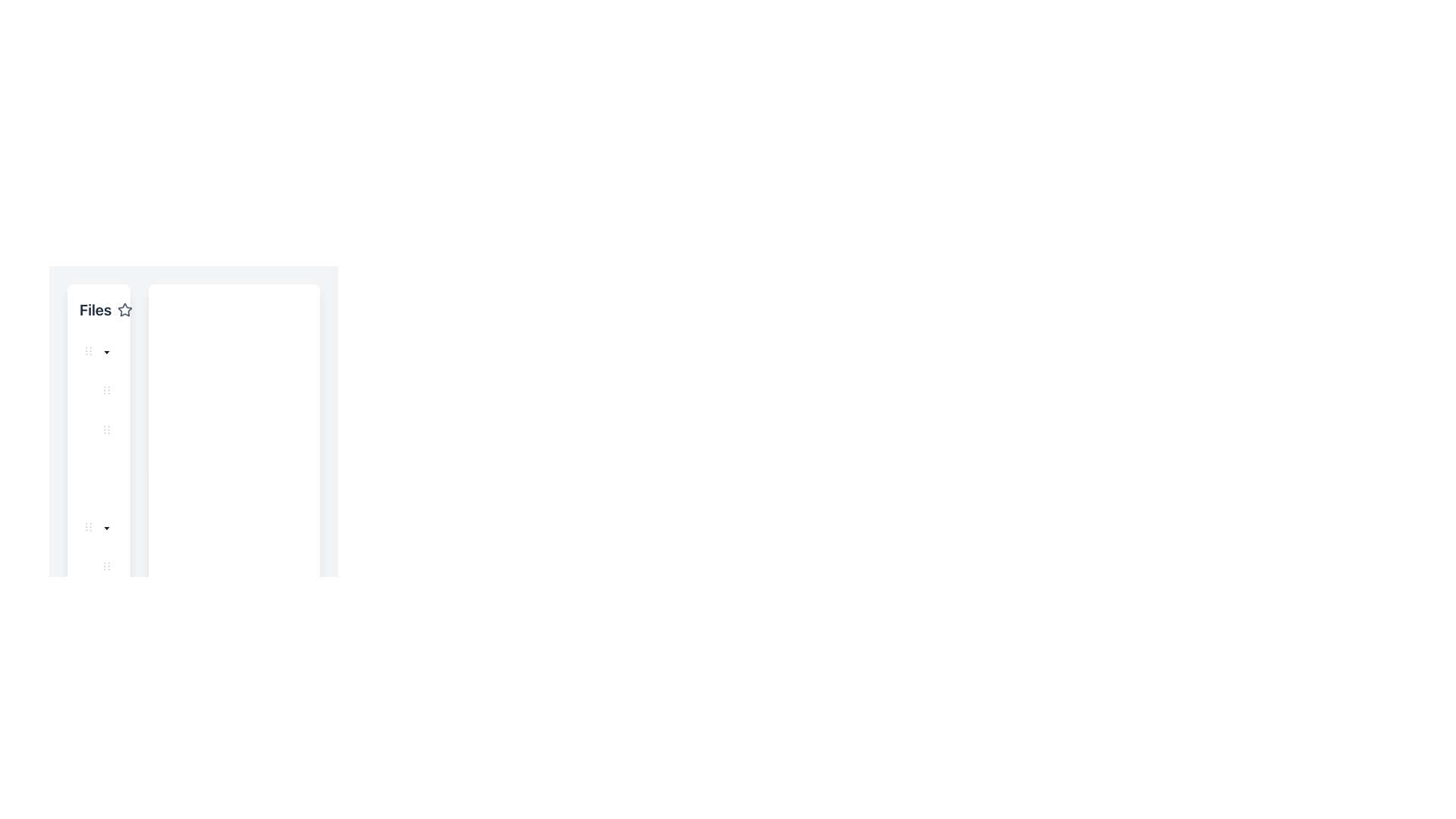  I want to click on the vertically aligned triple-dot icon (drag handle) located, so click(105, 390).